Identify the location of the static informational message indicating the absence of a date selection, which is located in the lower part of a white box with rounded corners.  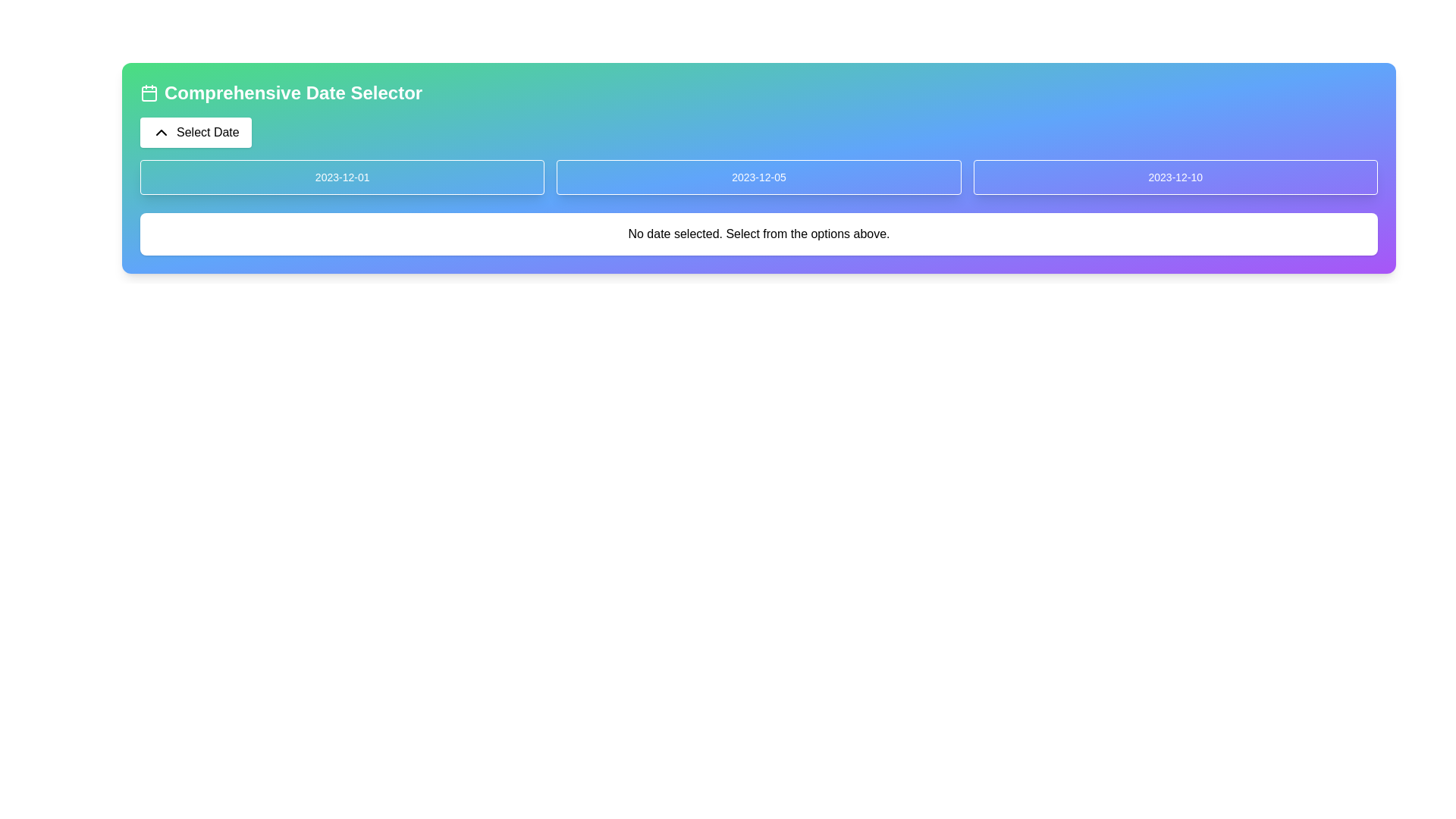
(759, 234).